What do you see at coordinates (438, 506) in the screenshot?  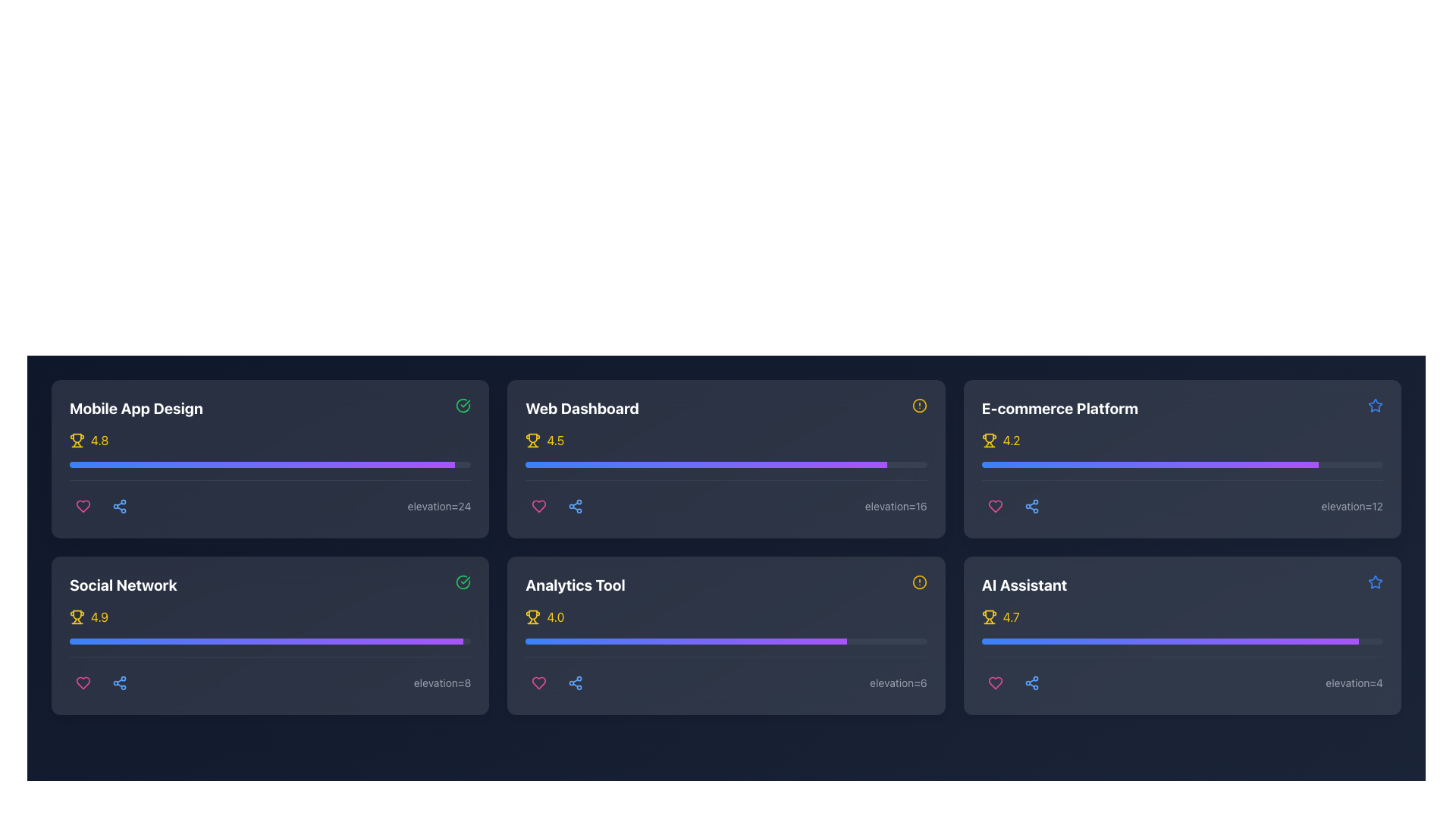 I see `the text displaying 'elevation=24' located at the bottom-right corner of the 'Mobile App Design' card` at bounding box center [438, 506].